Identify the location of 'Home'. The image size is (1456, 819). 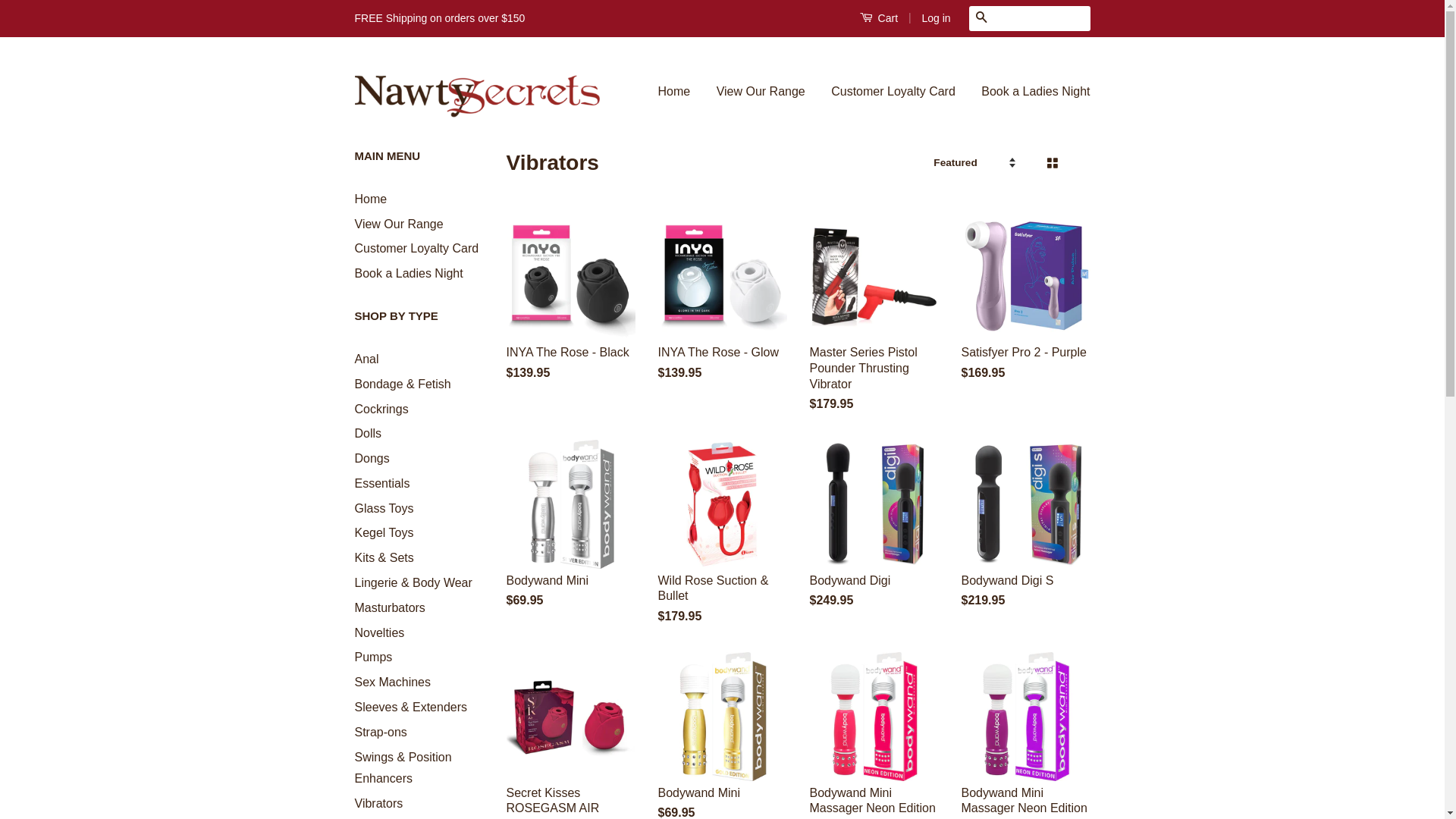
(371, 198).